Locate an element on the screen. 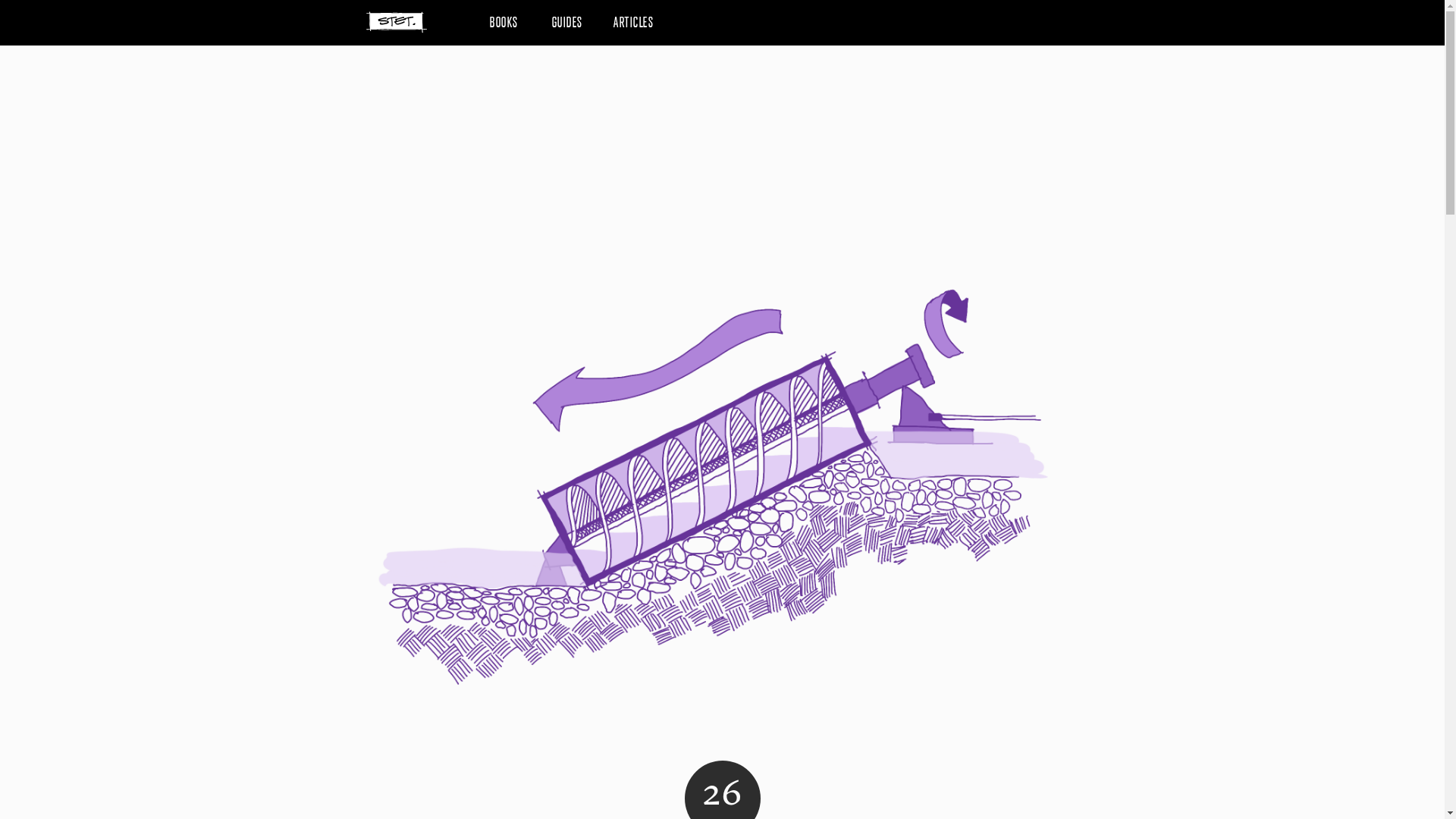  'GUIDES' is located at coordinates (566, 21).